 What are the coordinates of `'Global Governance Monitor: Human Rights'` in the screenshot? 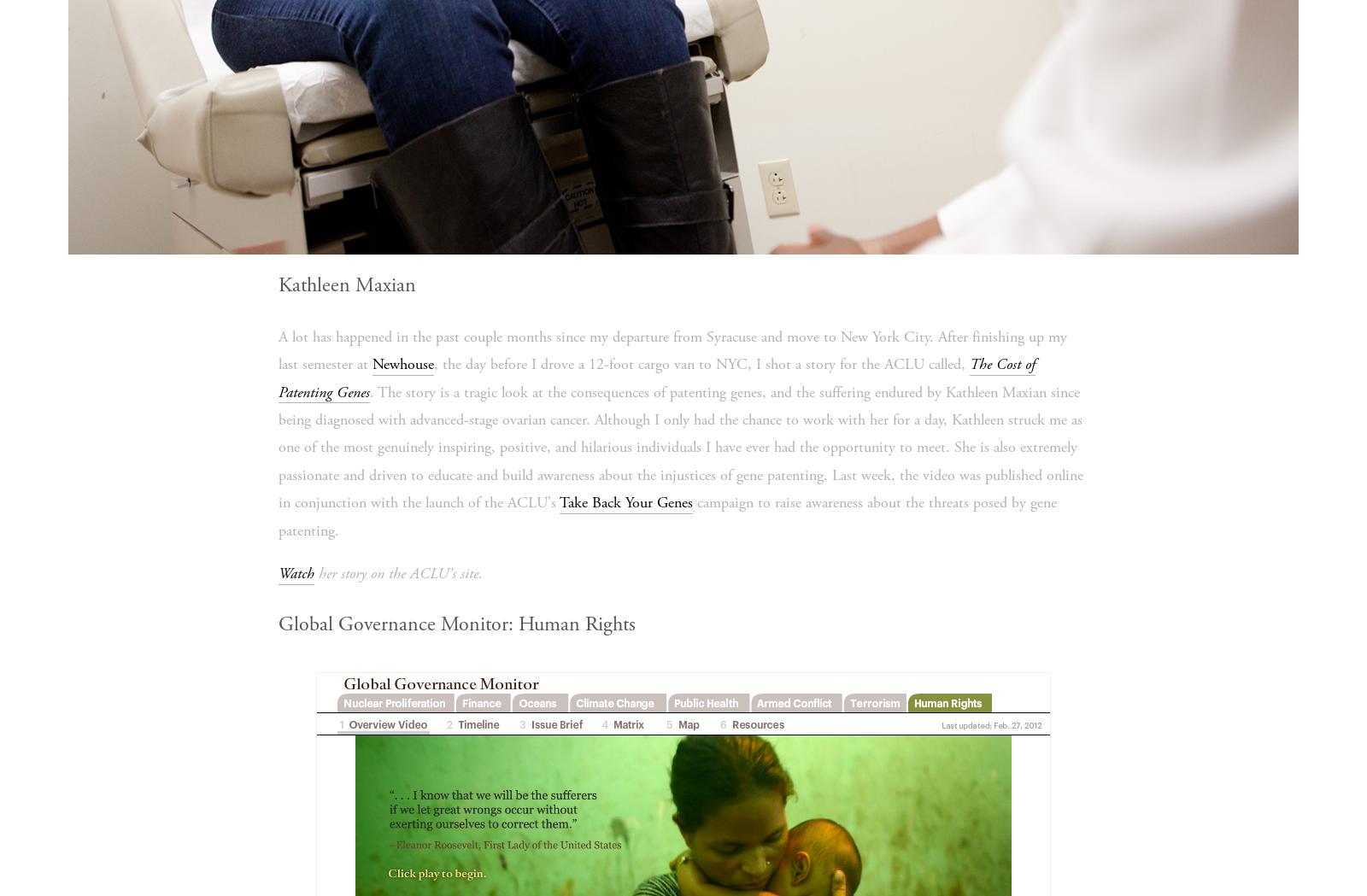 It's located at (455, 624).